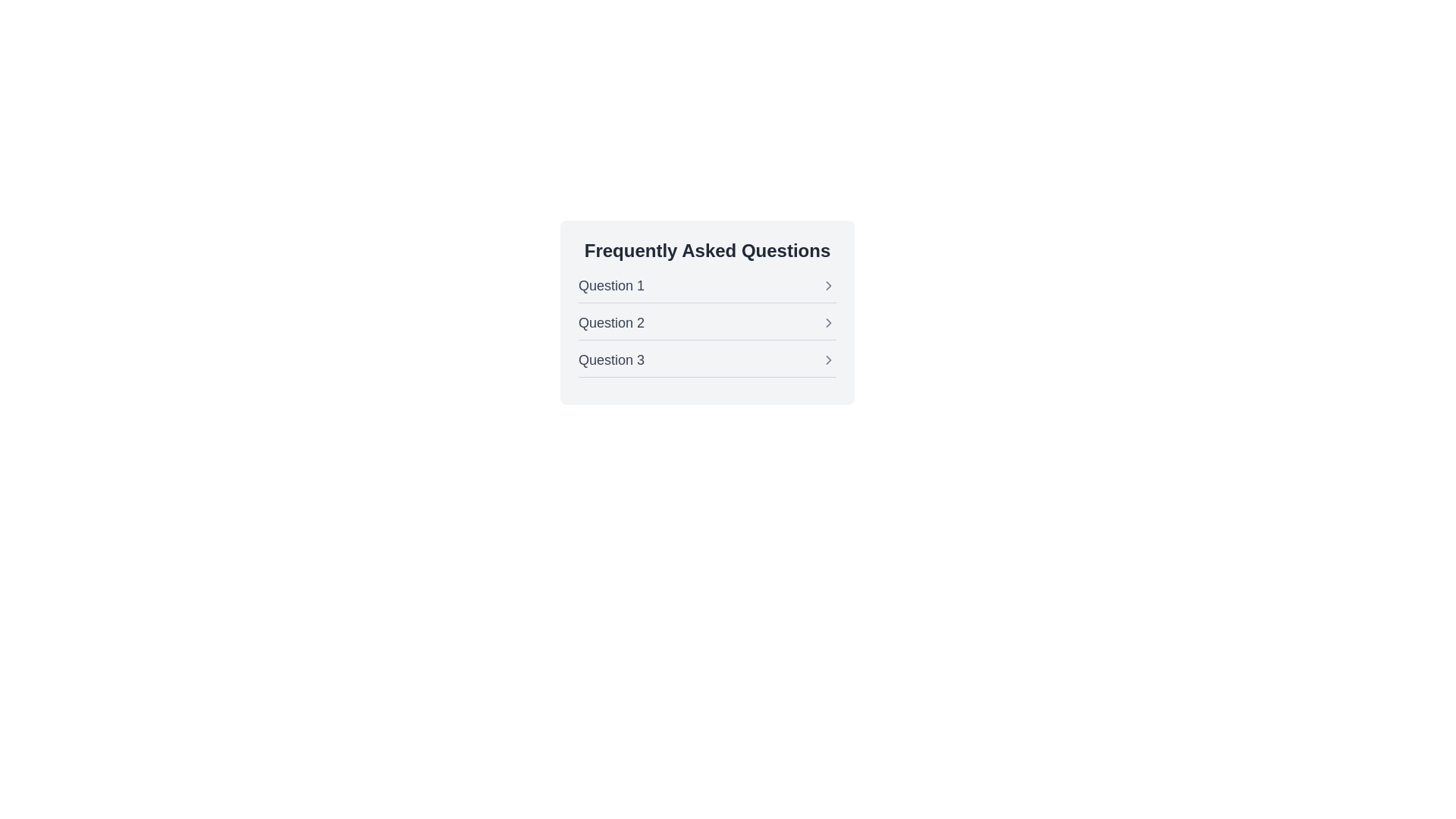 The height and width of the screenshot is (819, 1456). I want to click on the second question item labeled 'Question 2' in the 'Frequently Asked Questions' section, so click(706, 312).